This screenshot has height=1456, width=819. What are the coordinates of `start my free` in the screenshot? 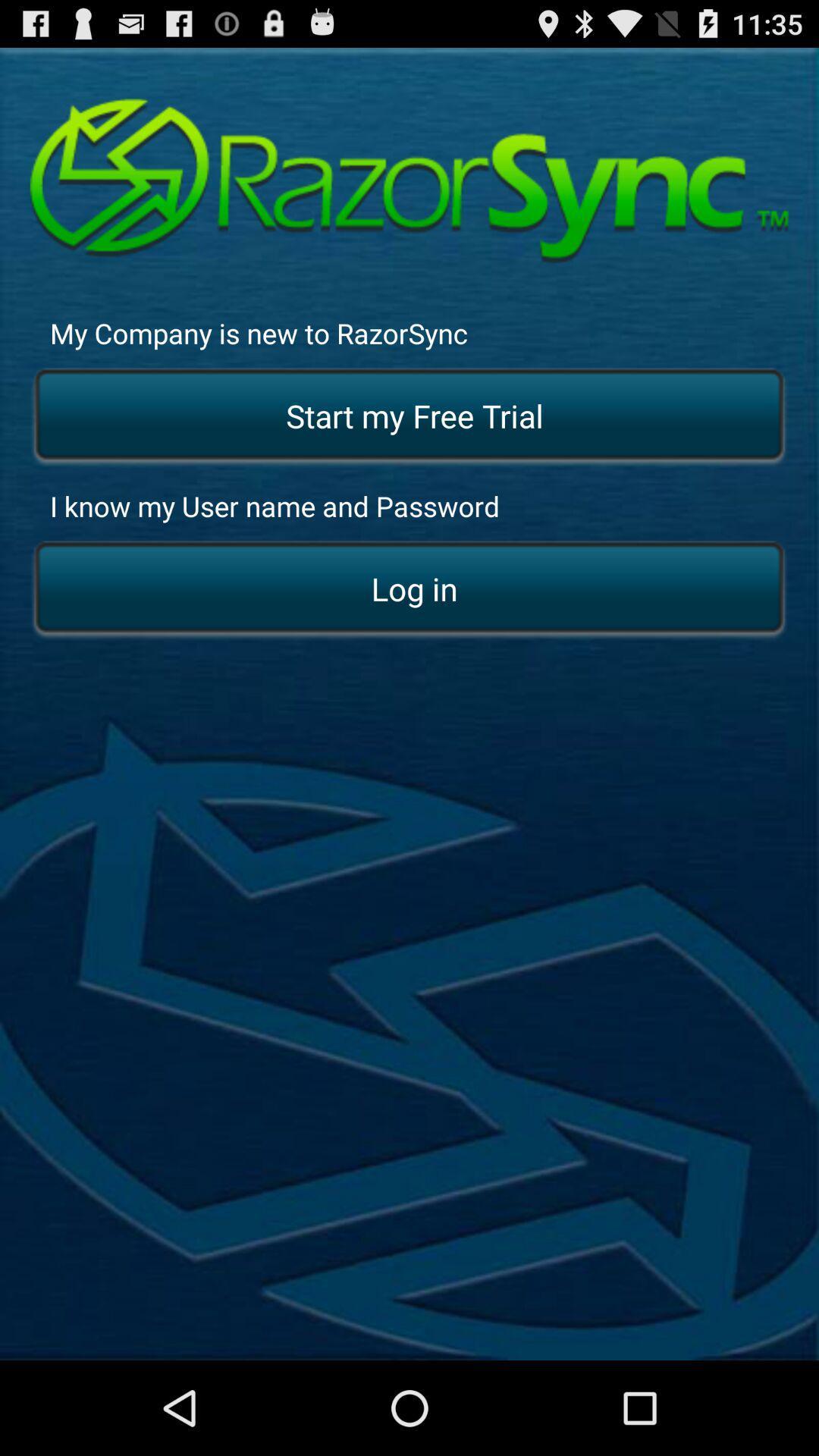 It's located at (409, 417).